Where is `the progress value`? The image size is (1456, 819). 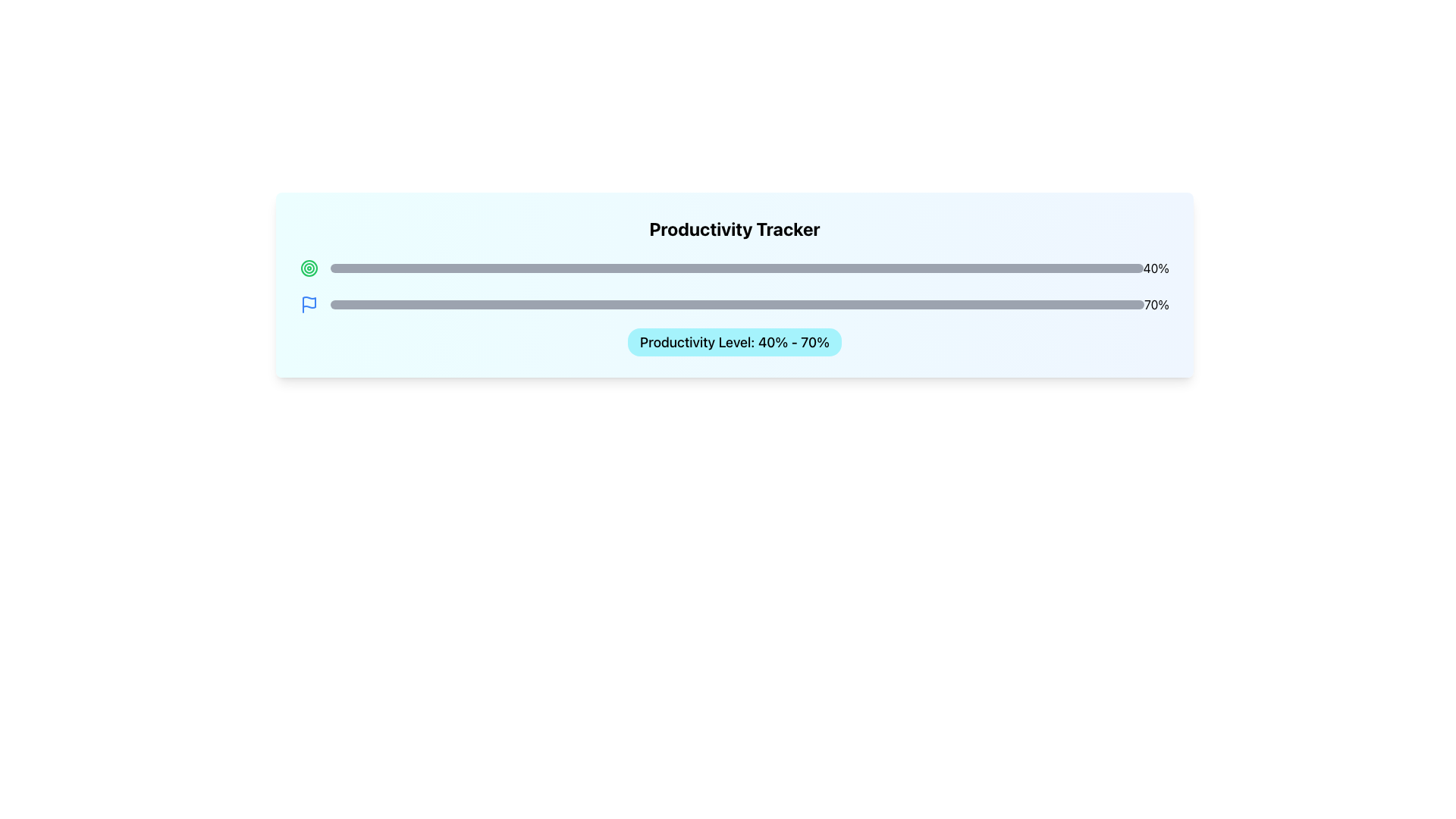
the progress value is located at coordinates (671, 304).